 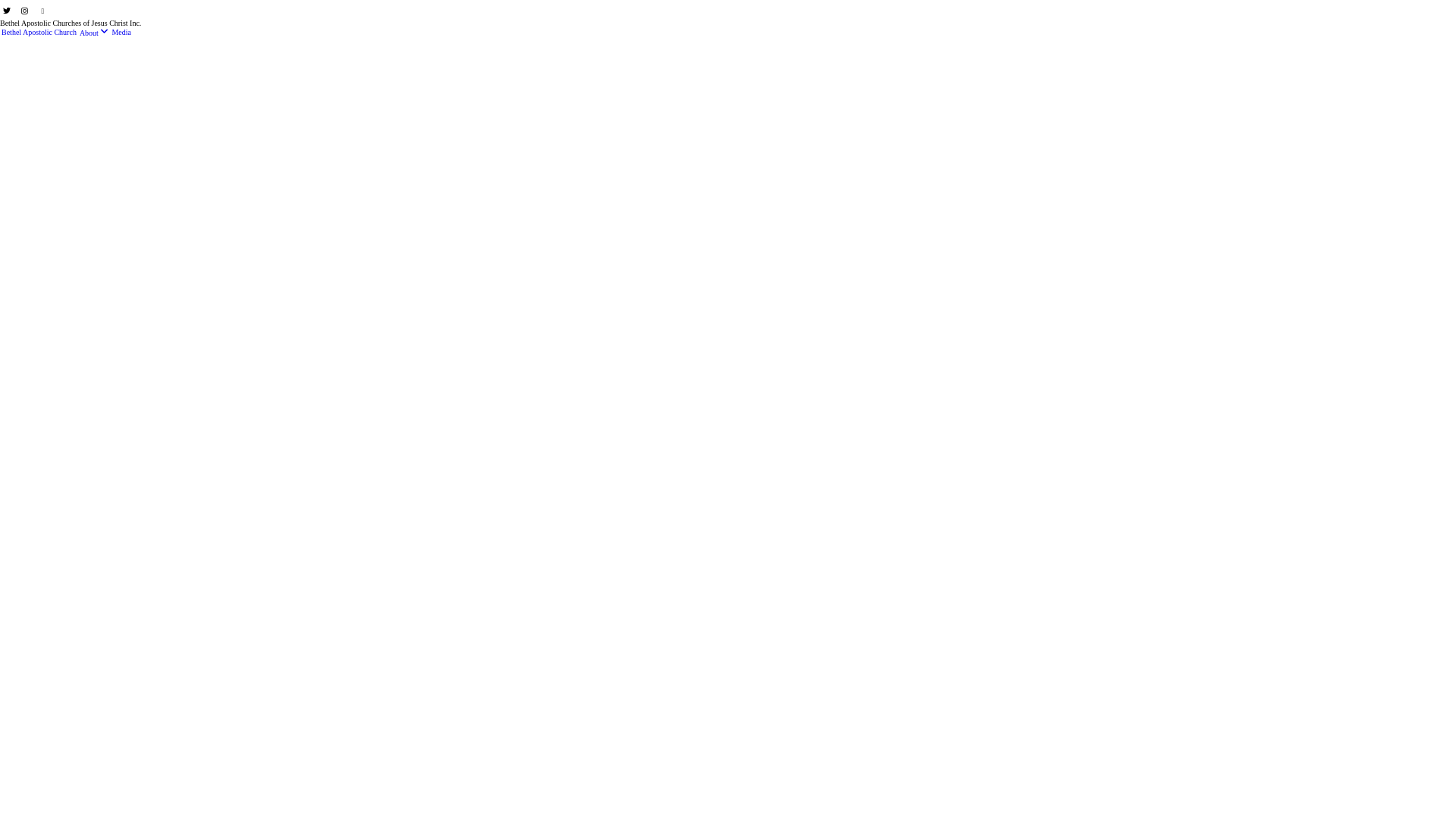 I want to click on 'Media', so click(x=111, y=32).